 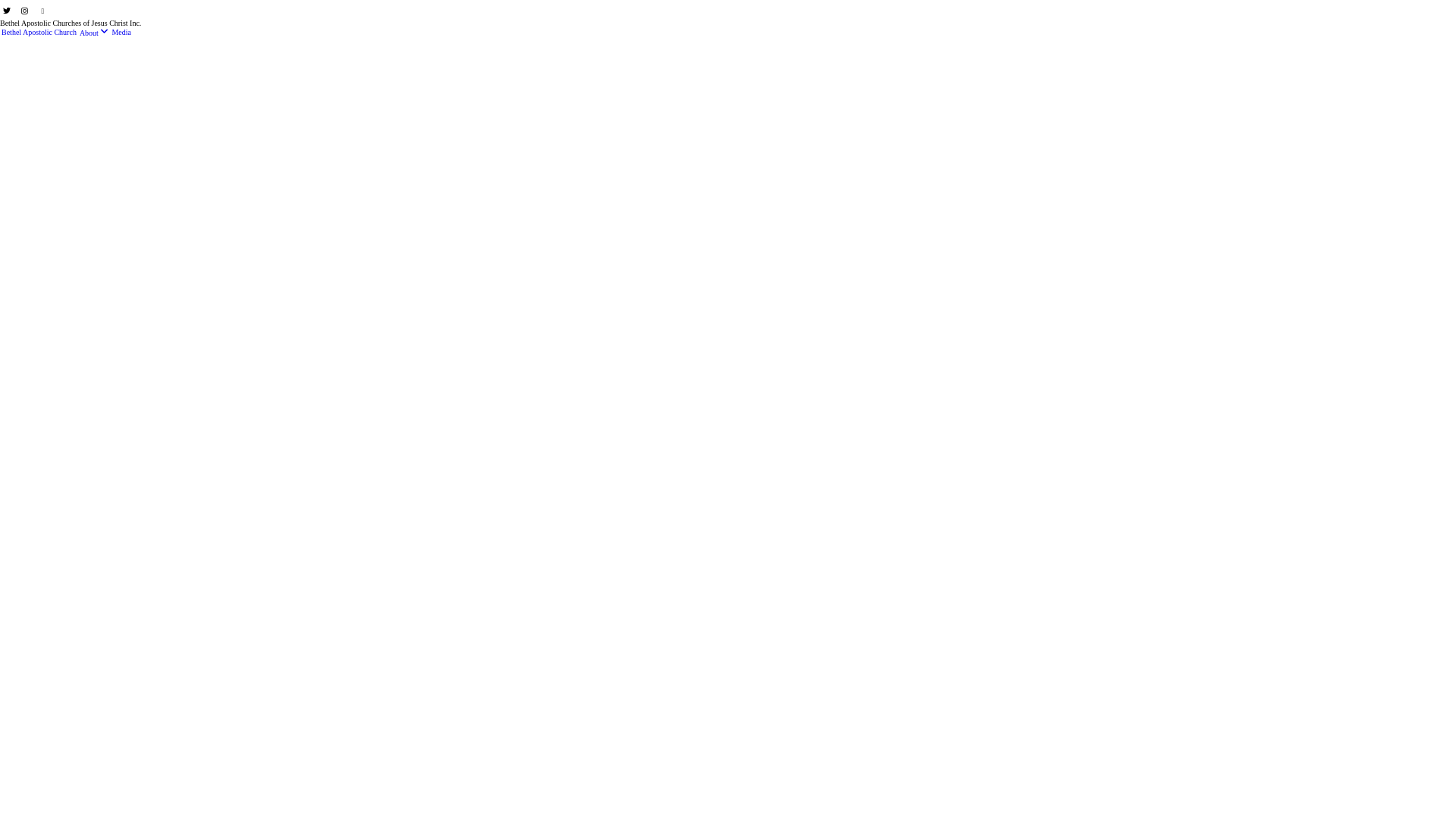 I want to click on 'Media', so click(x=111, y=32).